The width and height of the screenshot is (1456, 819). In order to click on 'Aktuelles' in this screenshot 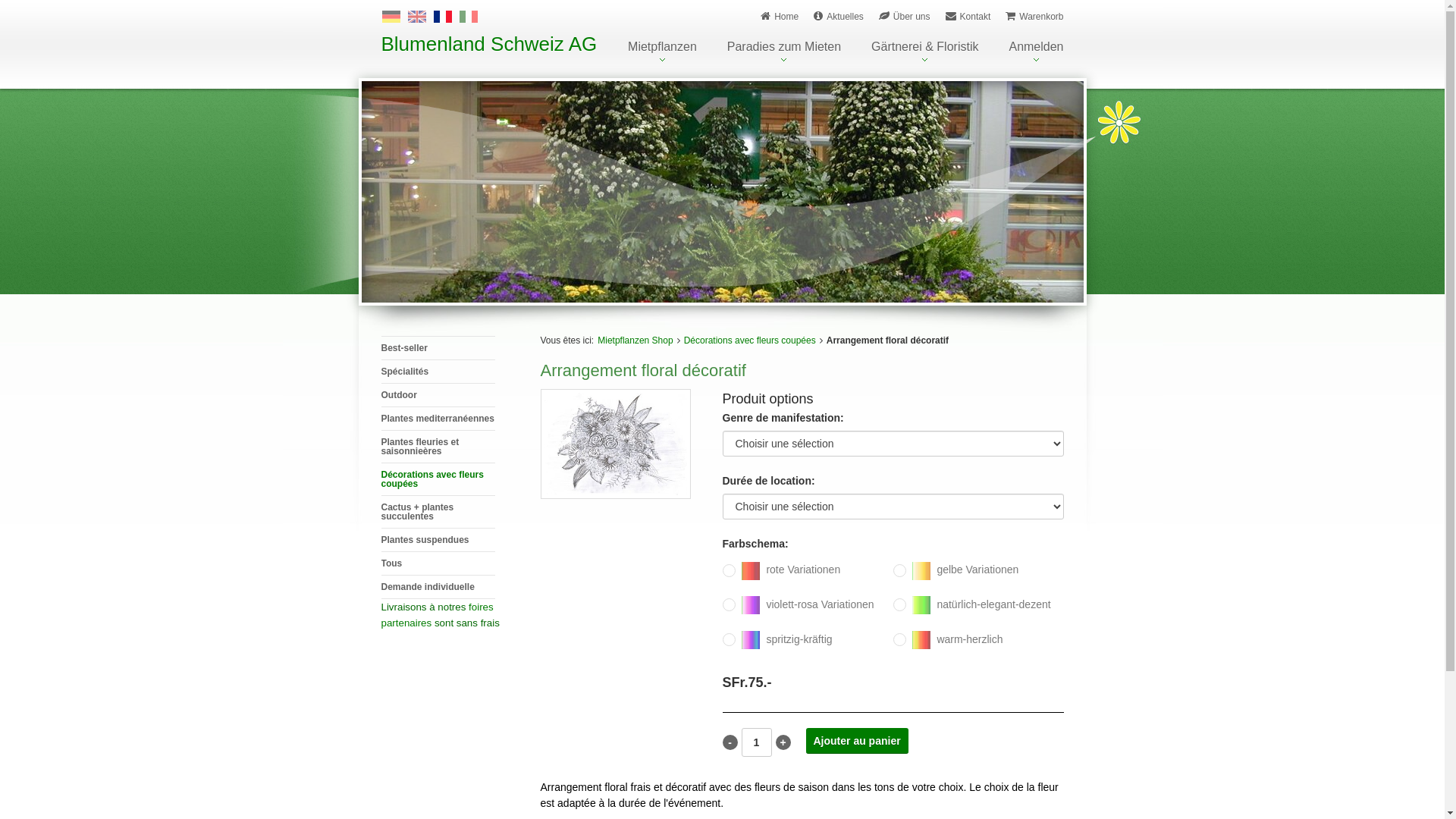, I will do `click(813, 17)`.